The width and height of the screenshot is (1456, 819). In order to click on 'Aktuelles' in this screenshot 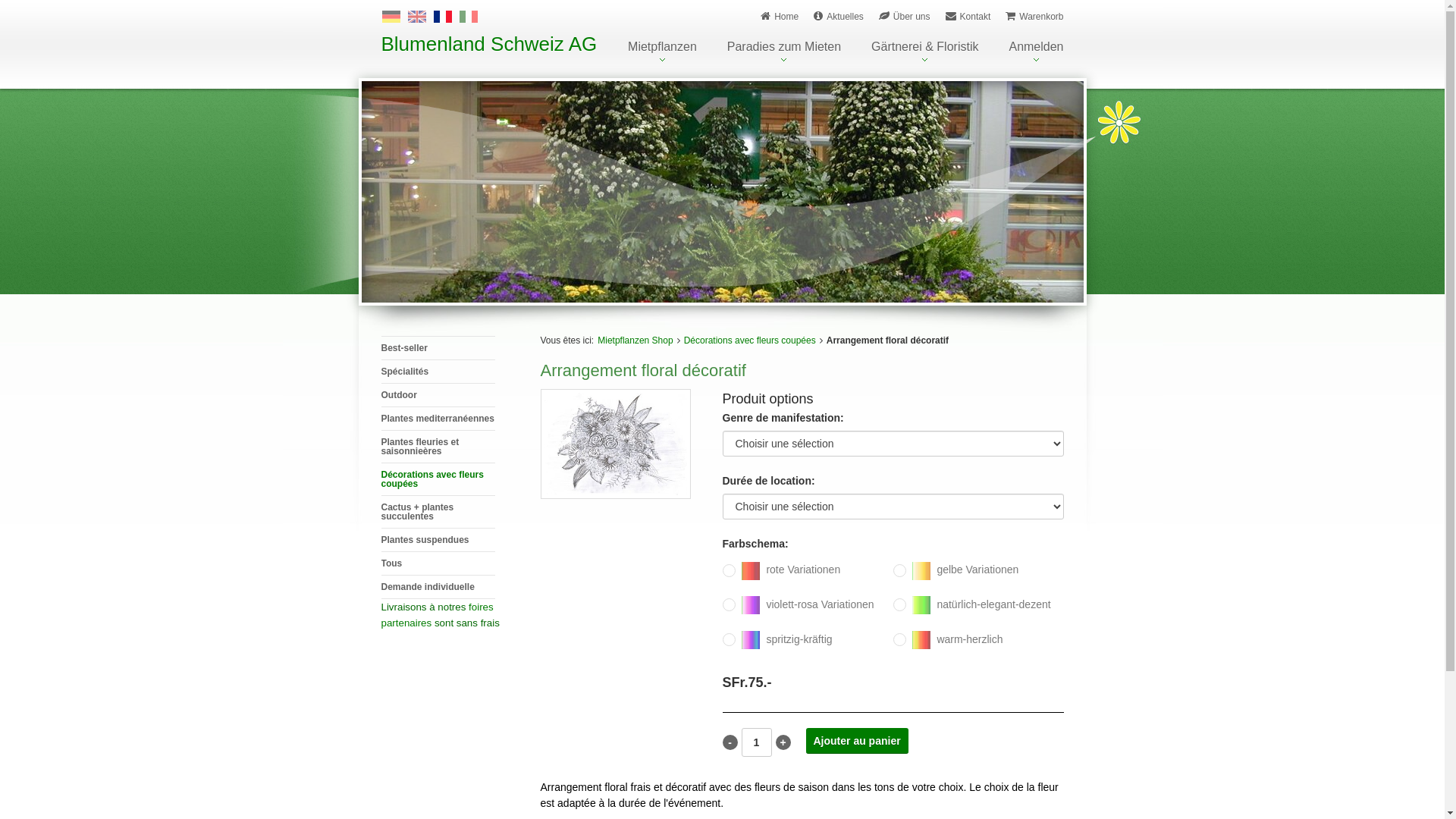, I will do `click(813, 17)`.